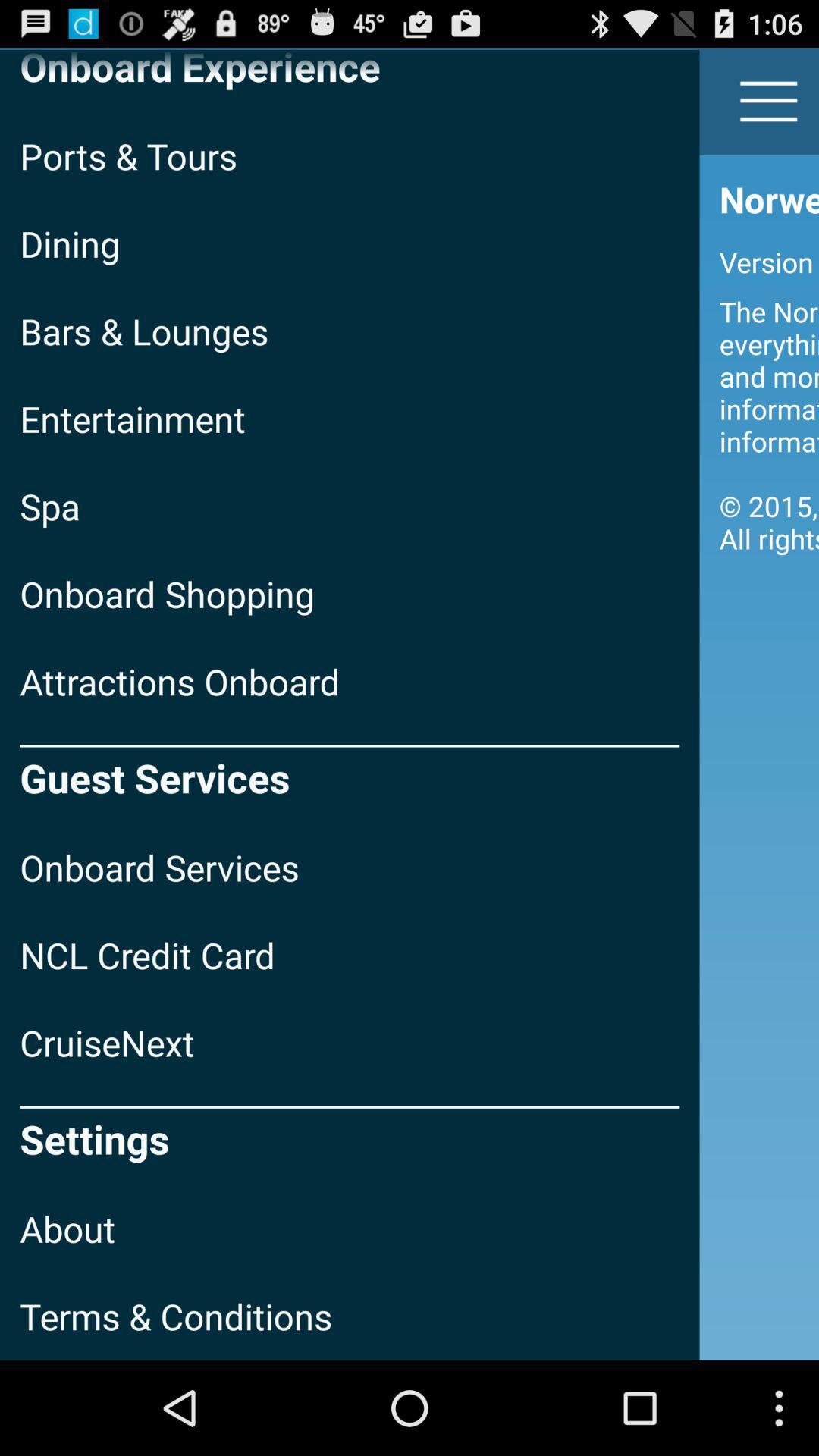 The image size is (819, 1456). Describe the element at coordinates (769, 100) in the screenshot. I see `the icon next to onboard experience` at that location.